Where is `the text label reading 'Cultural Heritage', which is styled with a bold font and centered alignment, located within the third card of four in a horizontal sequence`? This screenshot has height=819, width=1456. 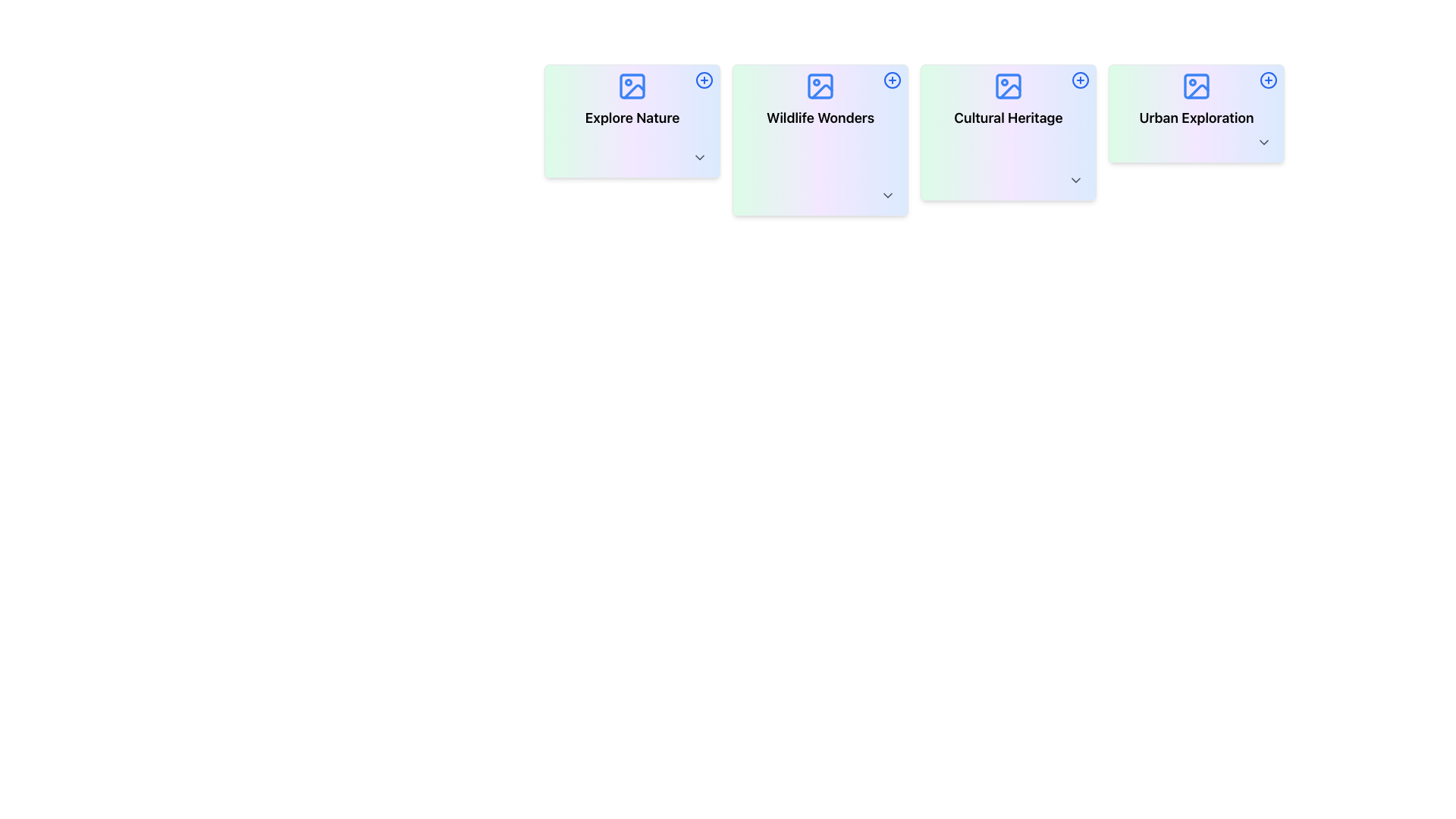
the text label reading 'Cultural Heritage', which is styled with a bold font and centered alignment, located within the third card of four in a horizontal sequence is located at coordinates (1008, 117).